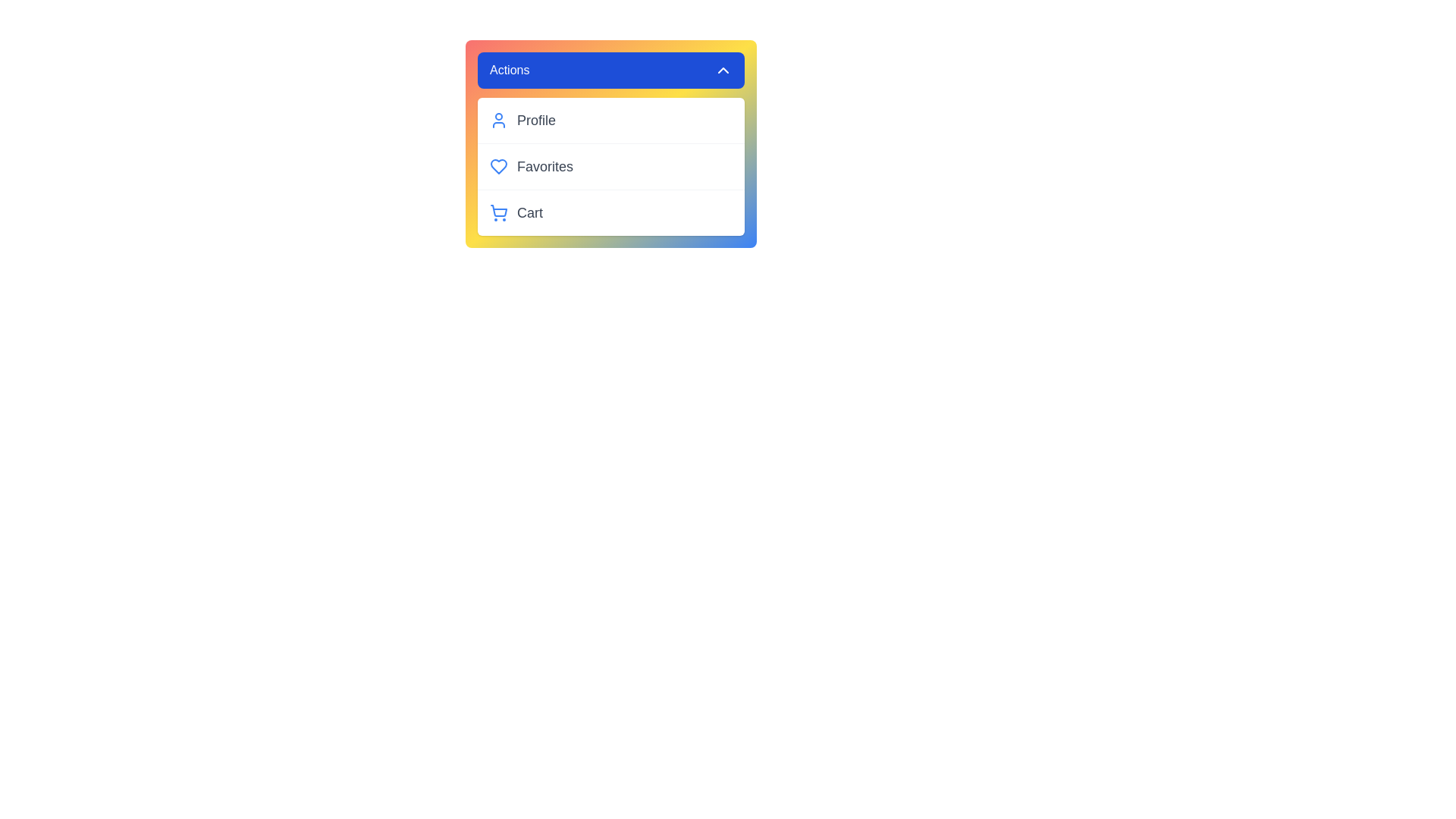  I want to click on the second item in the vertical menu list, which is related to user favorites, so click(611, 166).